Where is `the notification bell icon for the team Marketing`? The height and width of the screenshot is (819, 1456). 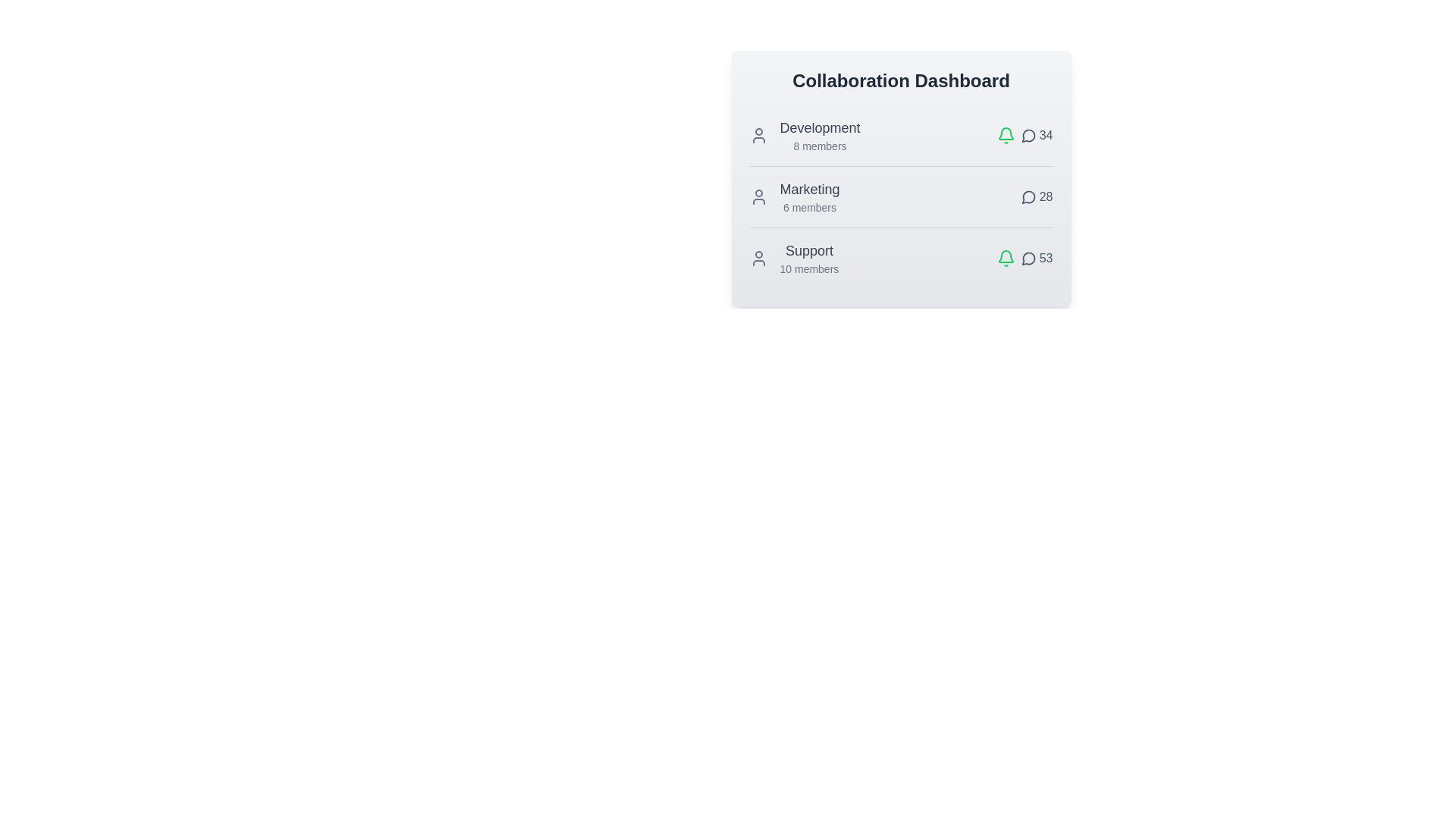 the notification bell icon for the team Marketing is located at coordinates (1006, 196).